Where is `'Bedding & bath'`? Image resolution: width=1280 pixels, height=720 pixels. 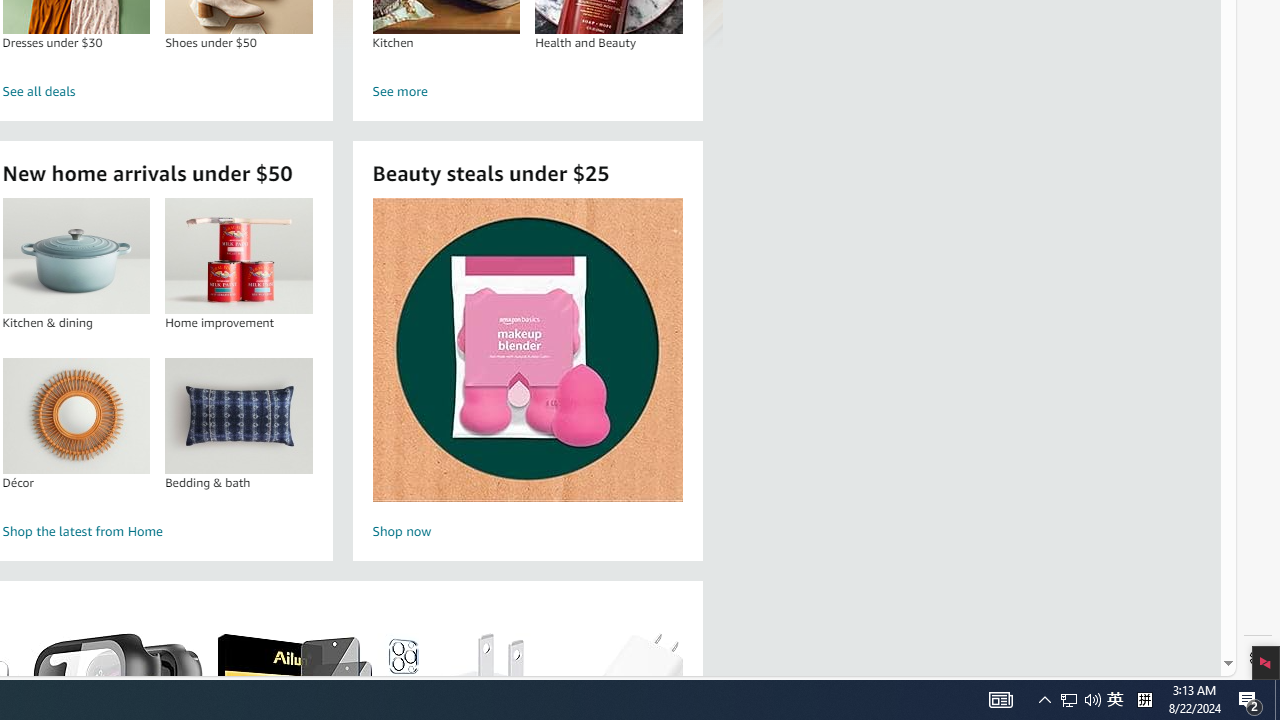 'Bedding & bath' is located at coordinates (238, 414).